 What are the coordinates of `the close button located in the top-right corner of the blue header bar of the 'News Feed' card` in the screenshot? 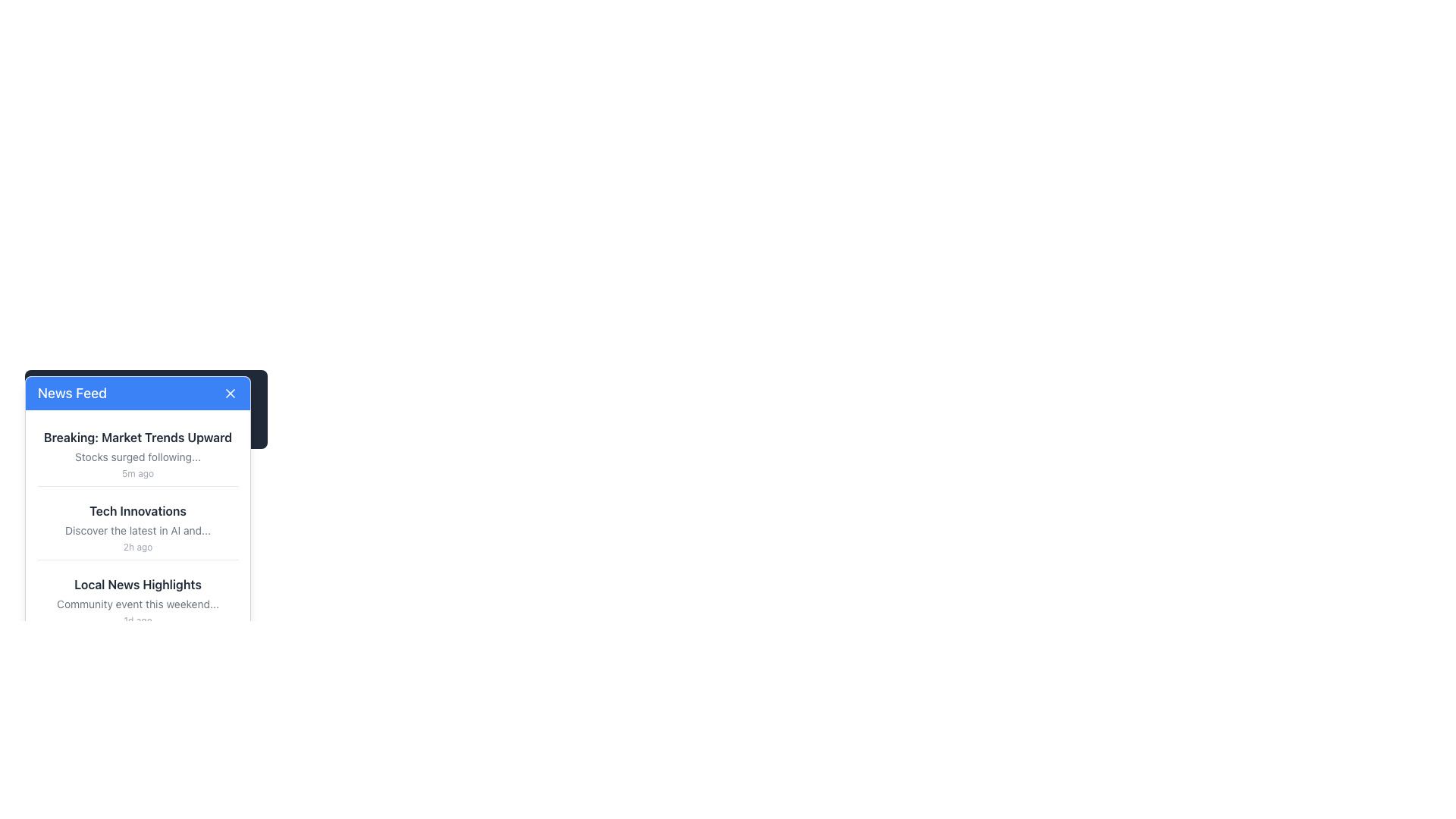 It's located at (229, 393).